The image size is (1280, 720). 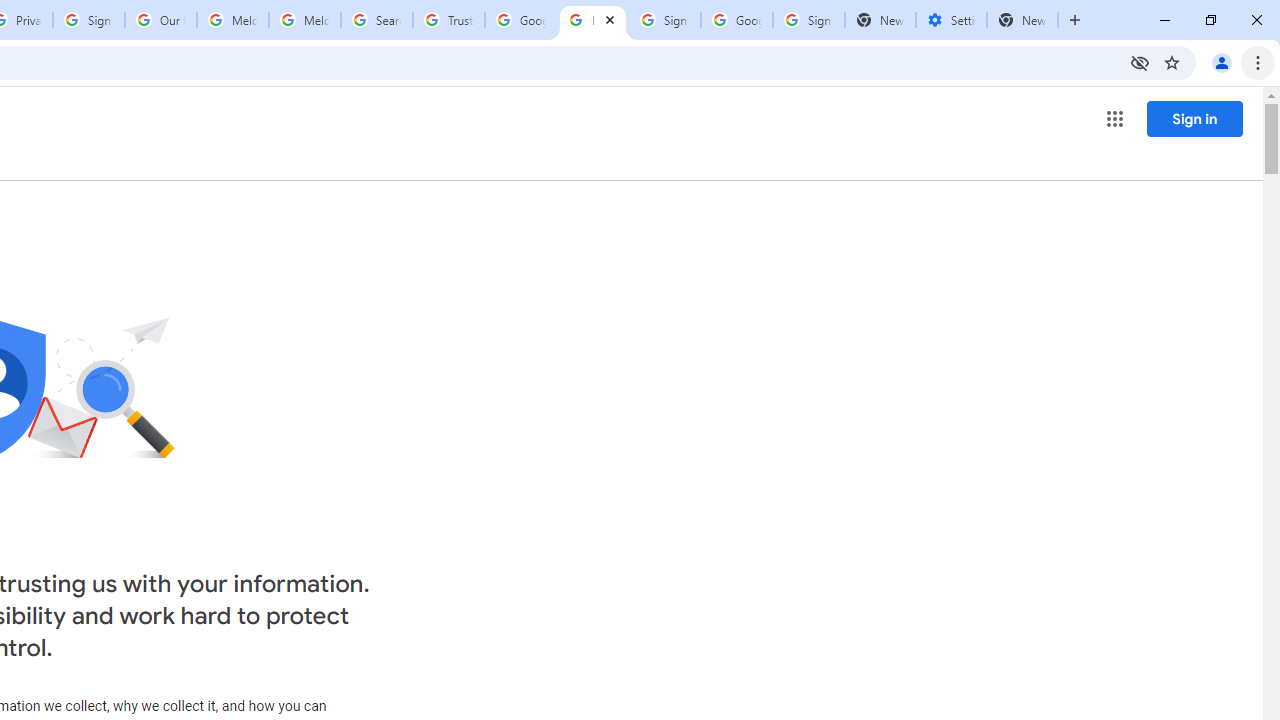 I want to click on 'Sign in - Google Accounts', so click(x=808, y=20).